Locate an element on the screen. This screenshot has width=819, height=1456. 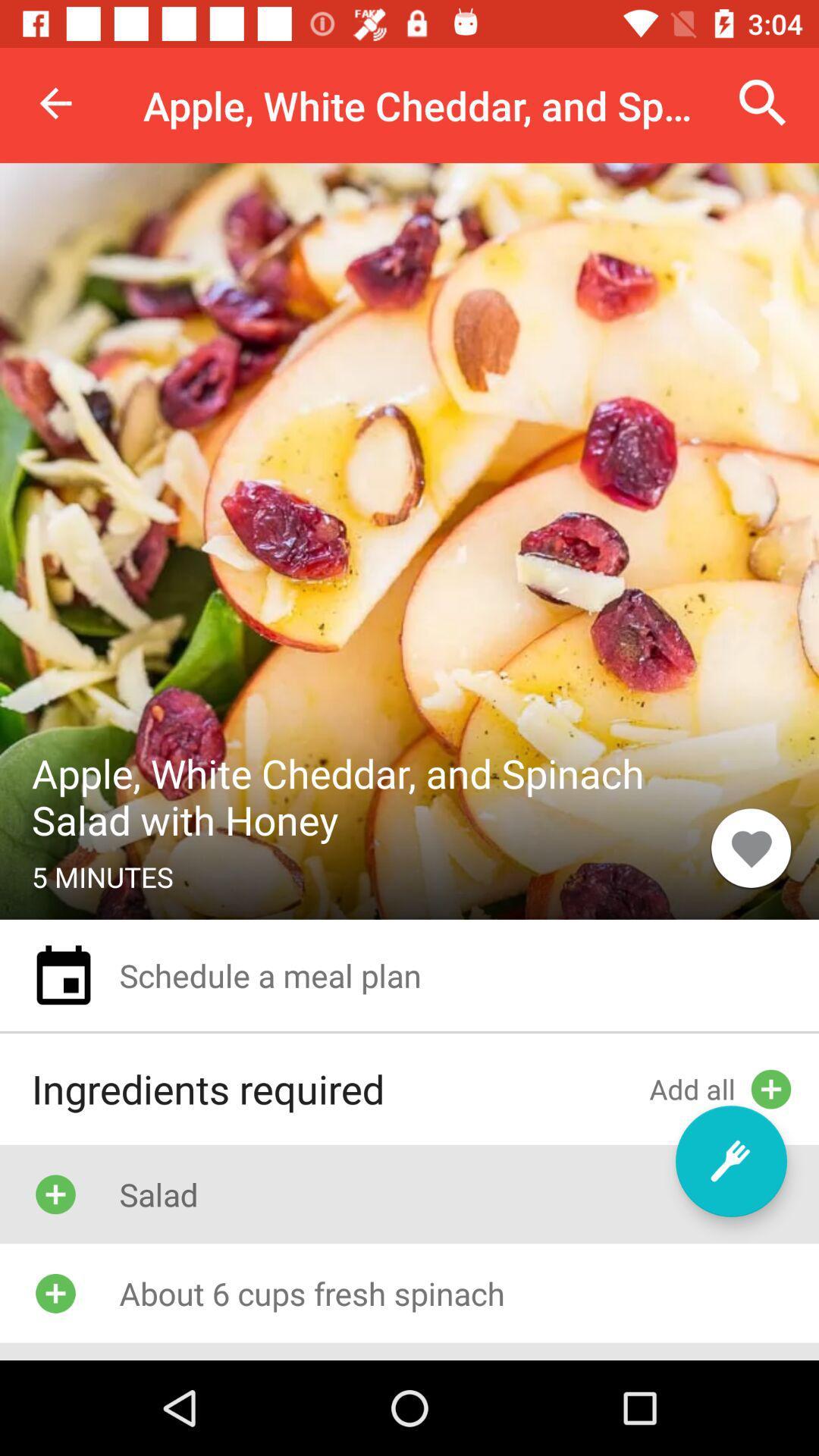
the item to the left of the apple white cheddar icon is located at coordinates (55, 102).